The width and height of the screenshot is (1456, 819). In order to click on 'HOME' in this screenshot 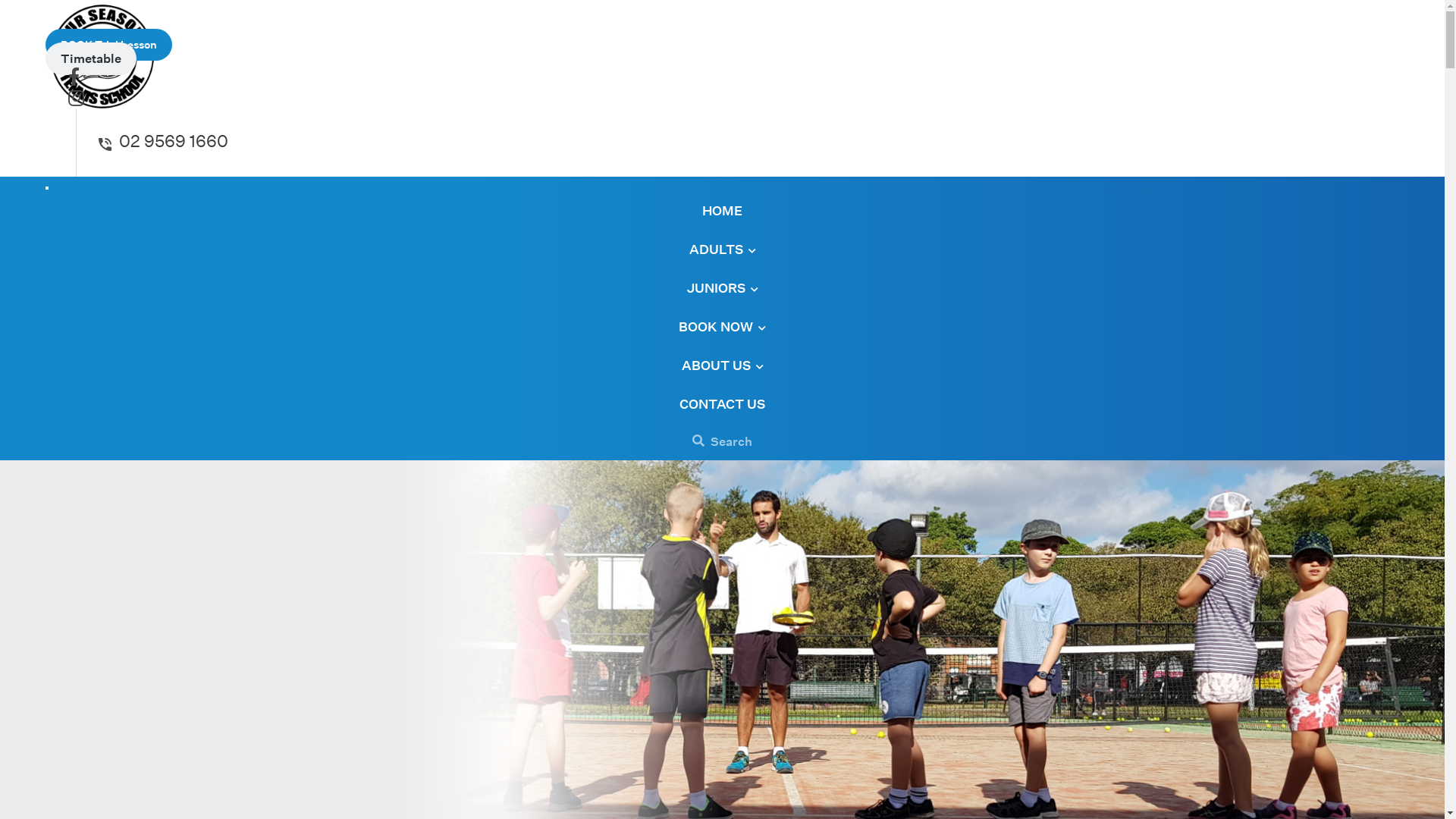, I will do `click(701, 210)`.